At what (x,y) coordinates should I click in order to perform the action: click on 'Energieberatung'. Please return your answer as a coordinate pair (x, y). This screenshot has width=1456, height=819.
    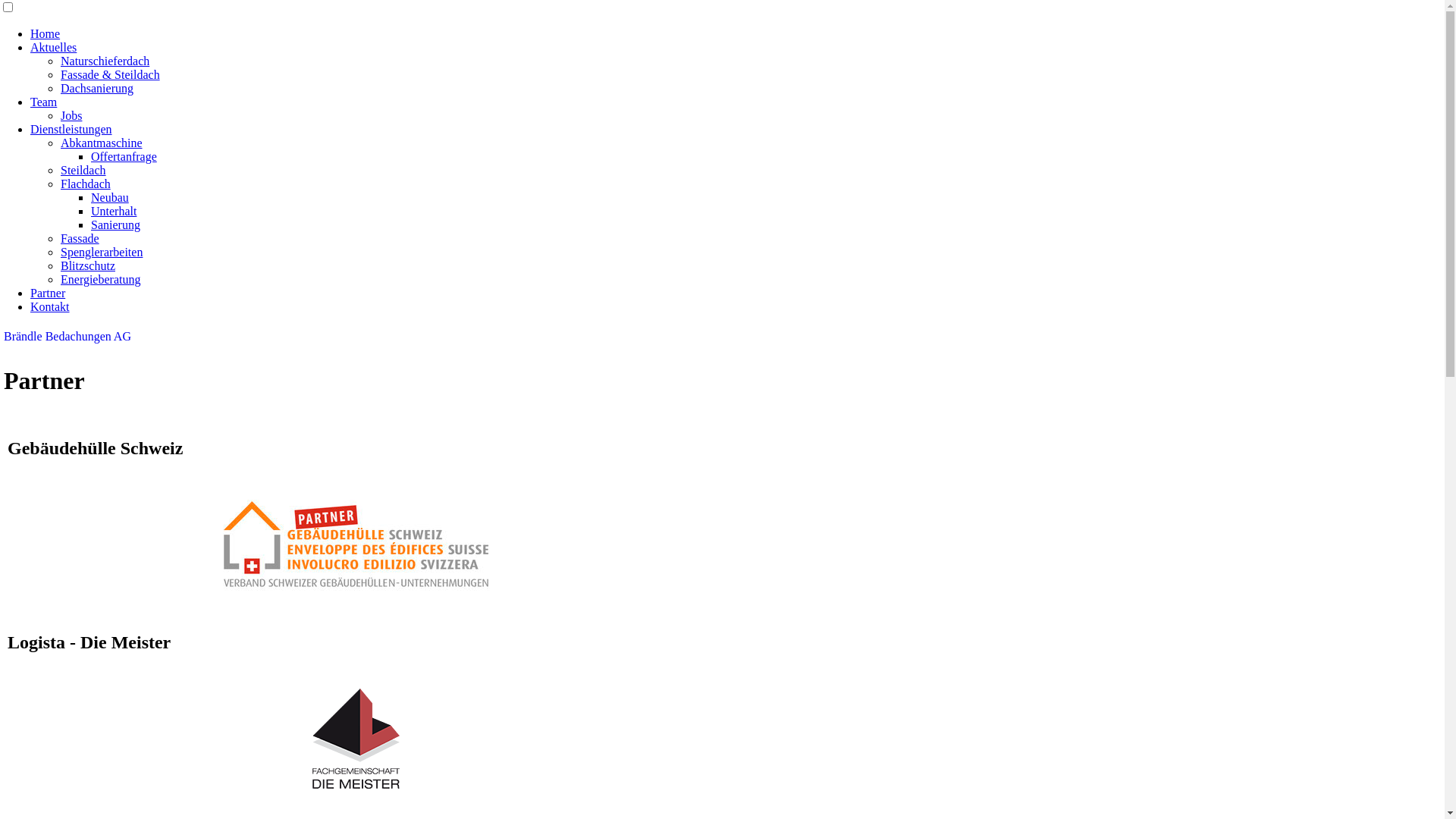
    Looking at the image, I should click on (99, 279).